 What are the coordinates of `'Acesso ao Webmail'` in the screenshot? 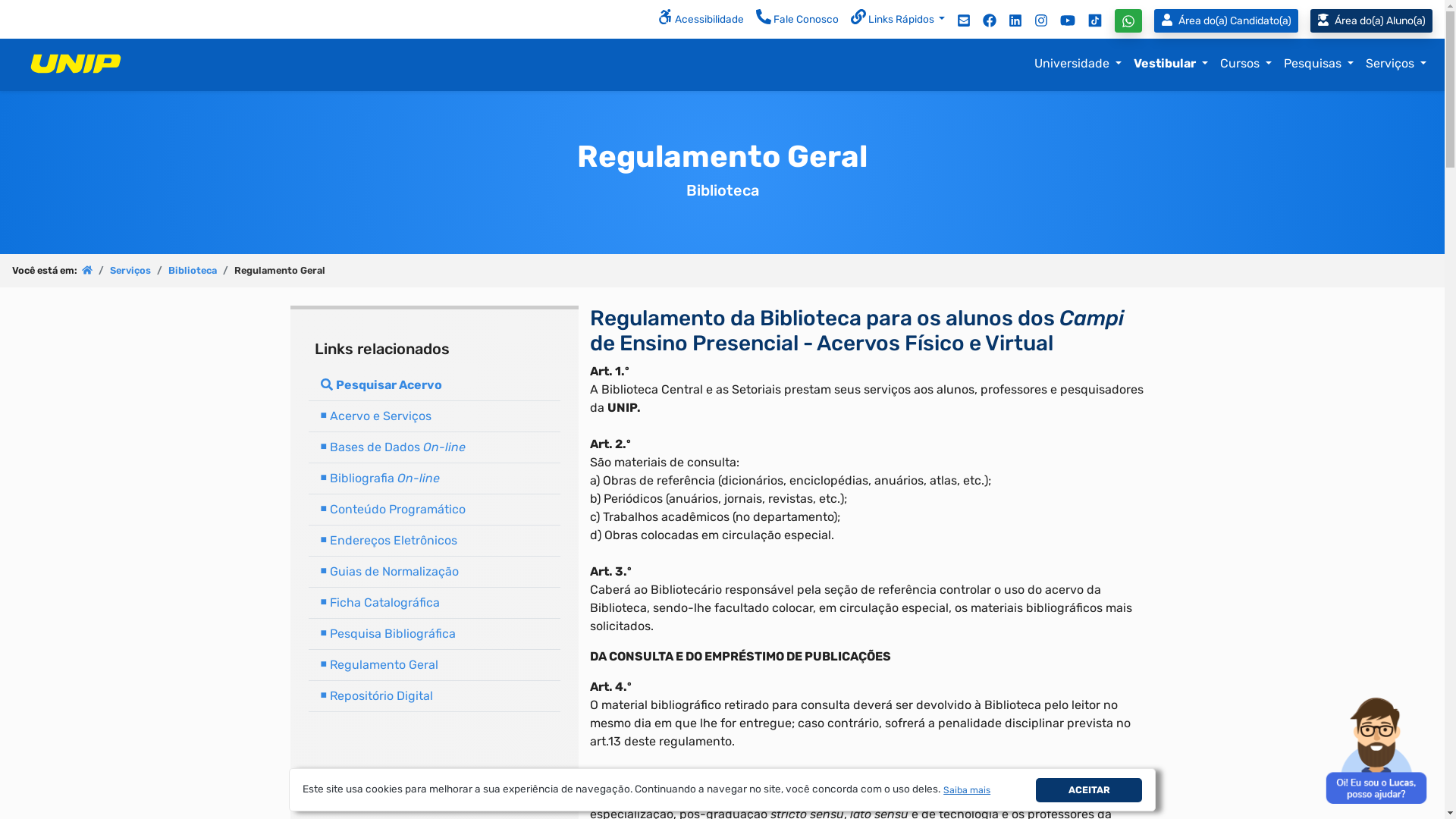 It's located at (963, 20).